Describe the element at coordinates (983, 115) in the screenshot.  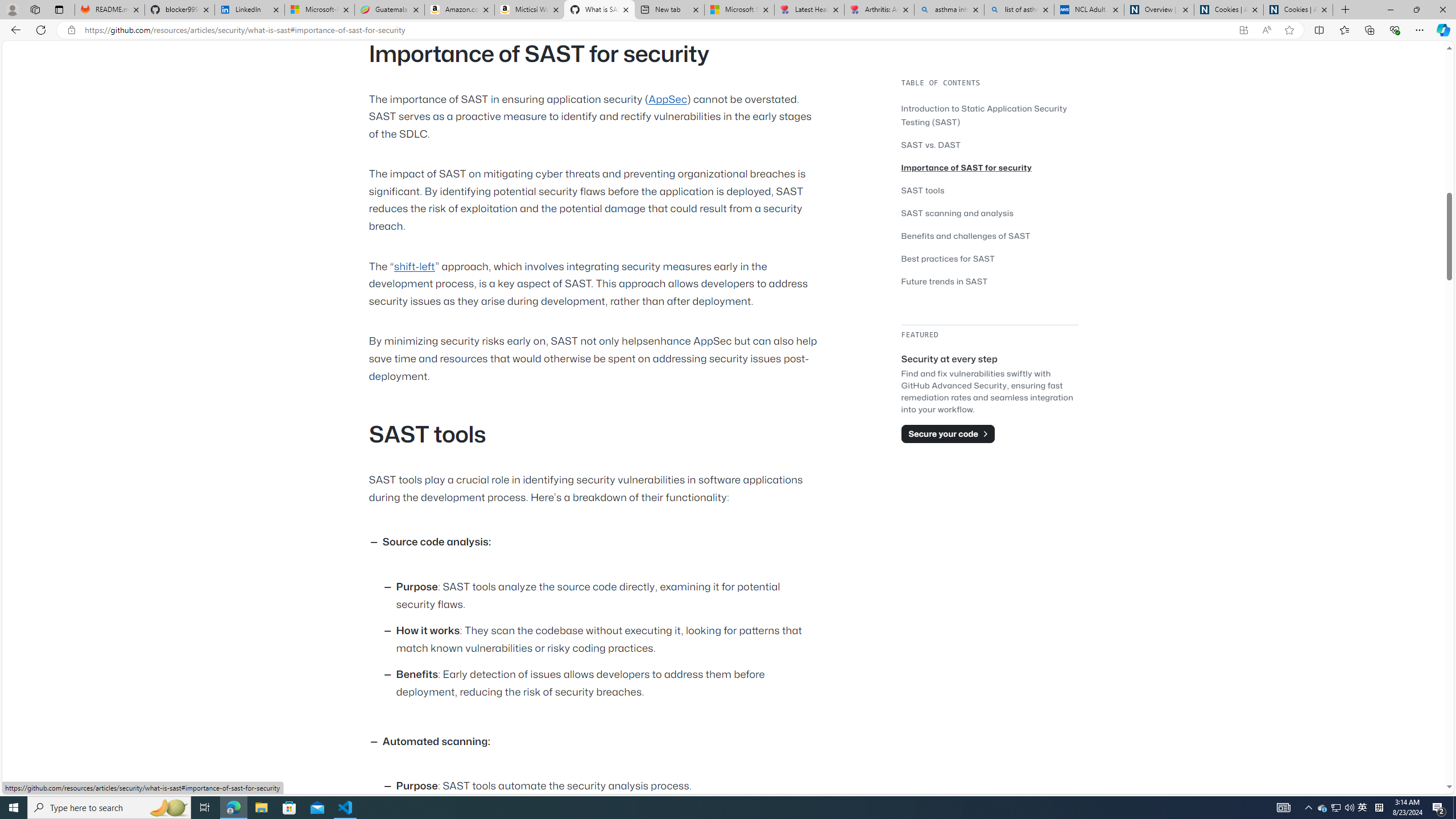
I see `'Introduction to Static Application Security Testing (SAST)'` at that location.